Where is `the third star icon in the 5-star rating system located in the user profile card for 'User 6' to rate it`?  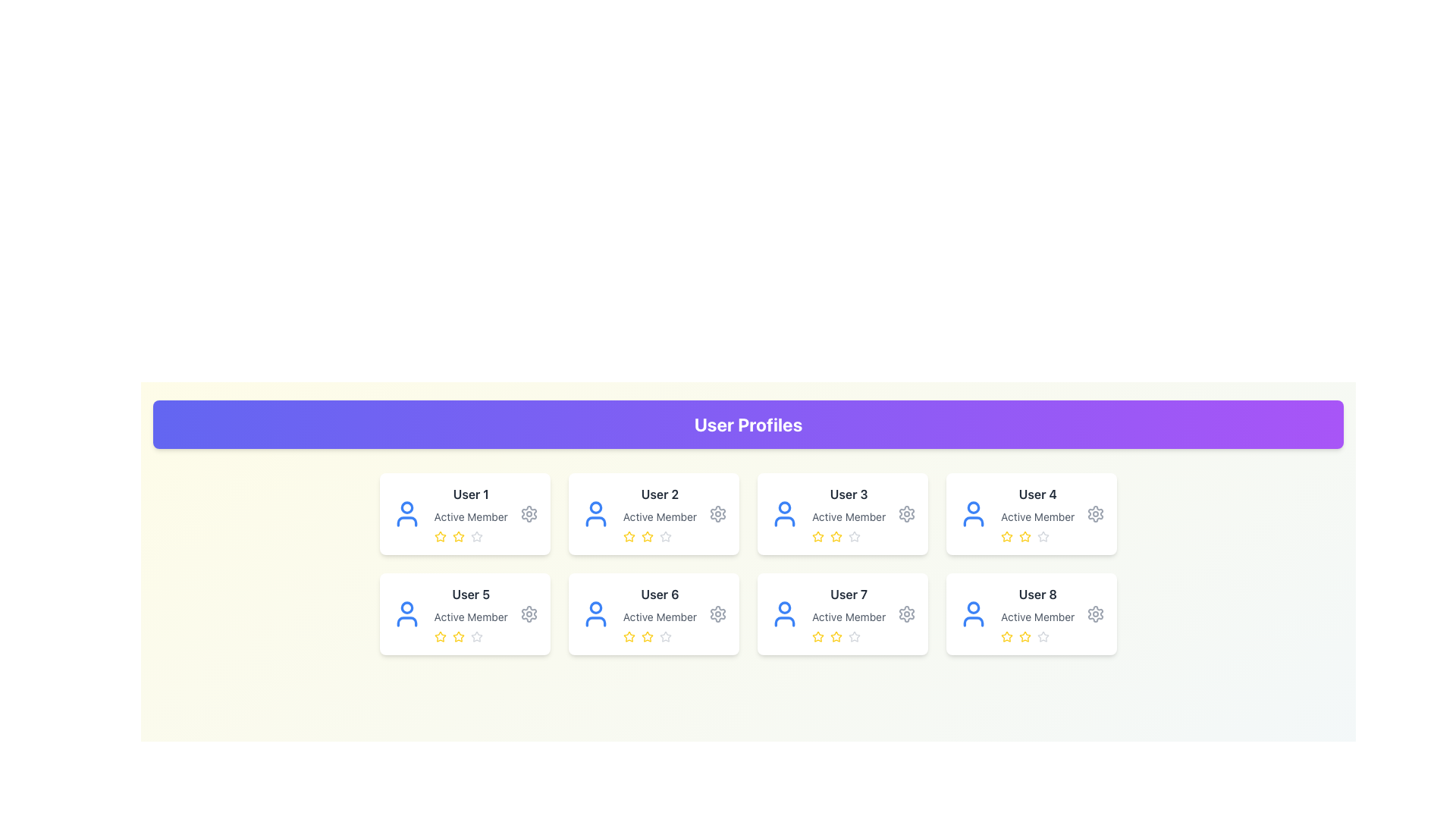
the third star icon in the 5-star rating system located in the user profile card for 'User 6' to rate it is located at coordinates (647, 637).